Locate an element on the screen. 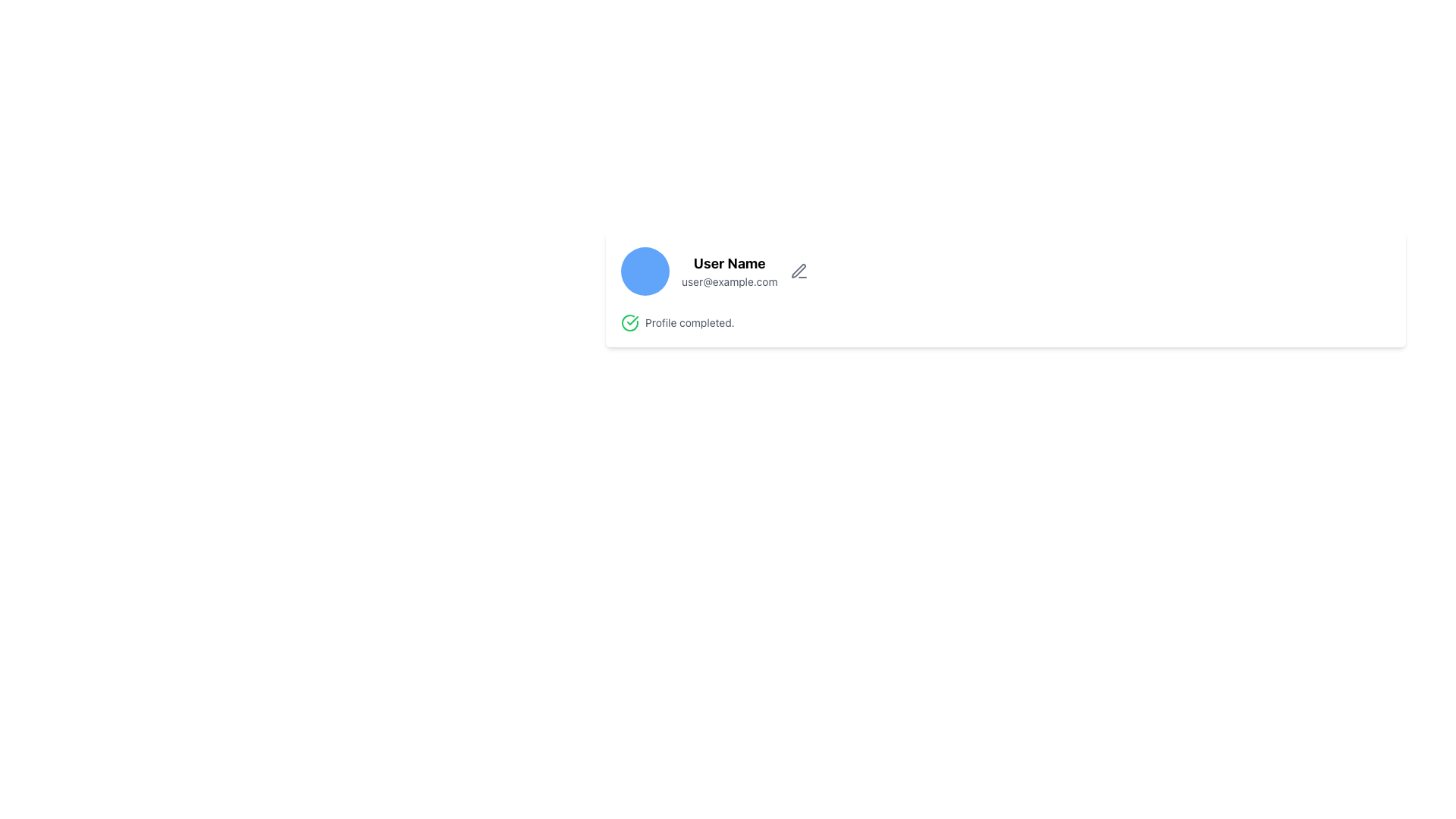 Image resolution: width=1456 pixels, height=819 pixels. the editing icon located in the upper-right corner of the profile display area is located at coordinates (797, 270).